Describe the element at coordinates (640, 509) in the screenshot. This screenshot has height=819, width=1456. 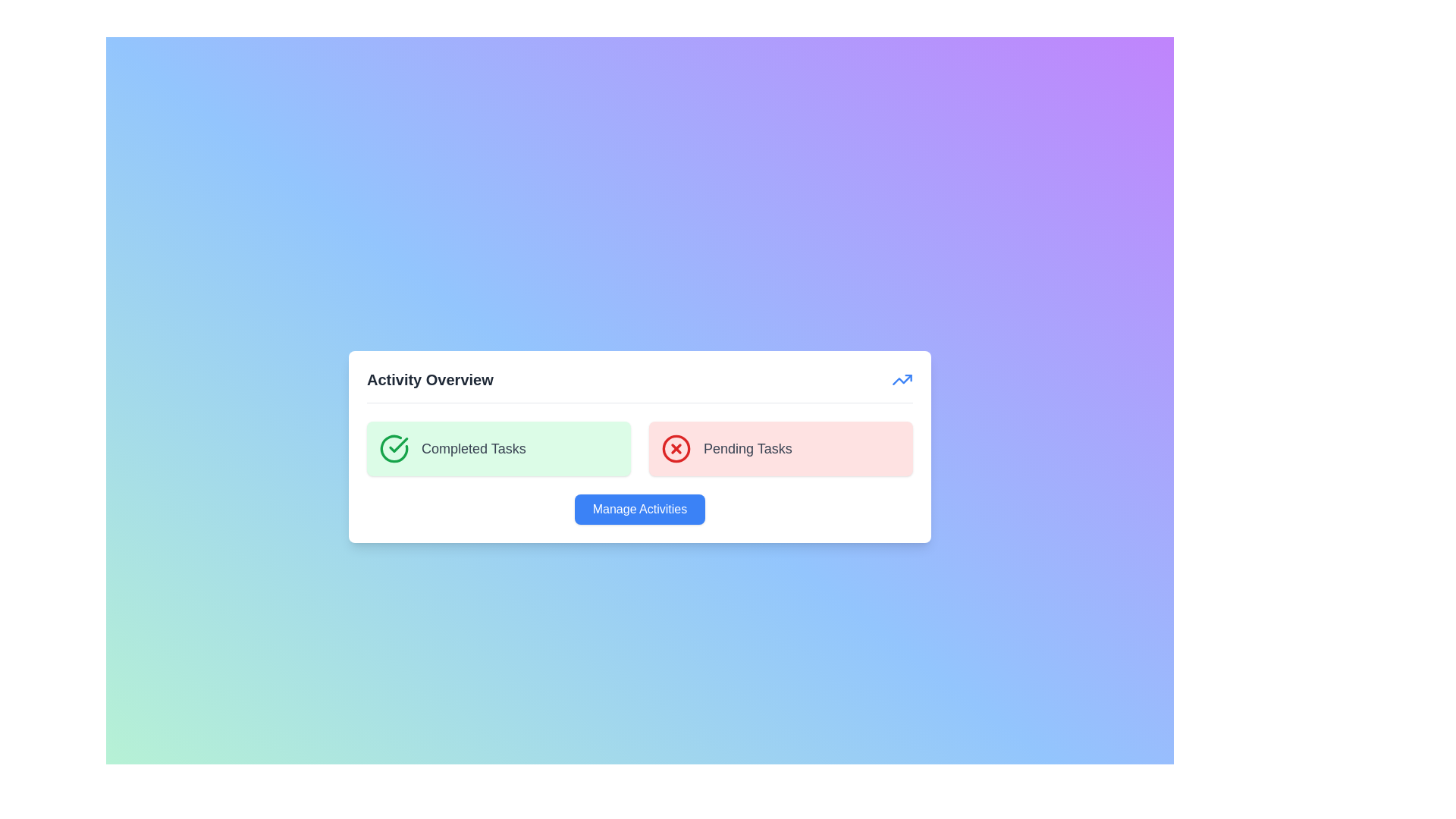
I see `the interactive button located below the 'Completed Tasks' and 'Pending Tasks' sections` at that location.